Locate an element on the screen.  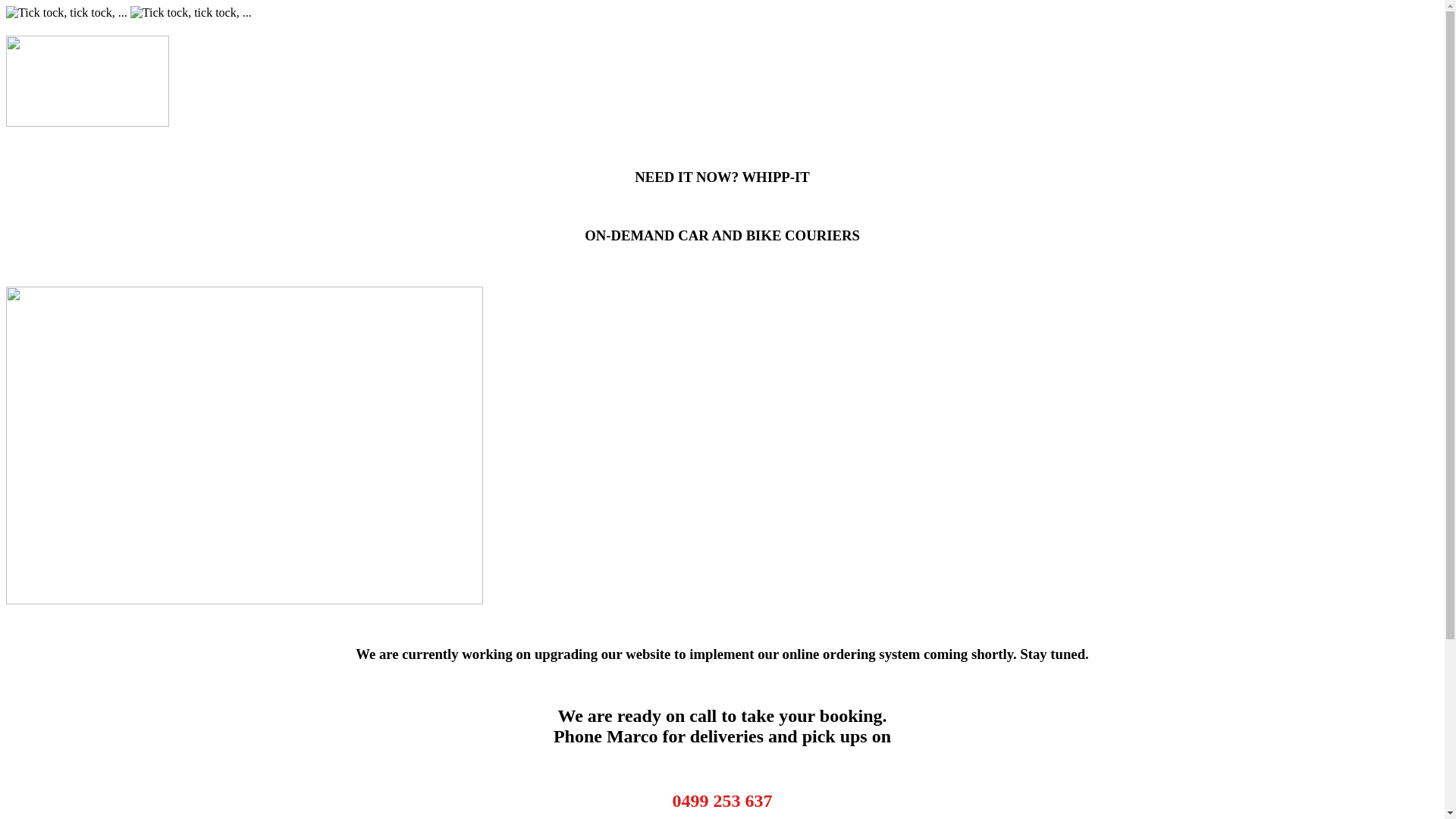
'Tick tock, tick tock, ...' is located at coordinates (190, 12).